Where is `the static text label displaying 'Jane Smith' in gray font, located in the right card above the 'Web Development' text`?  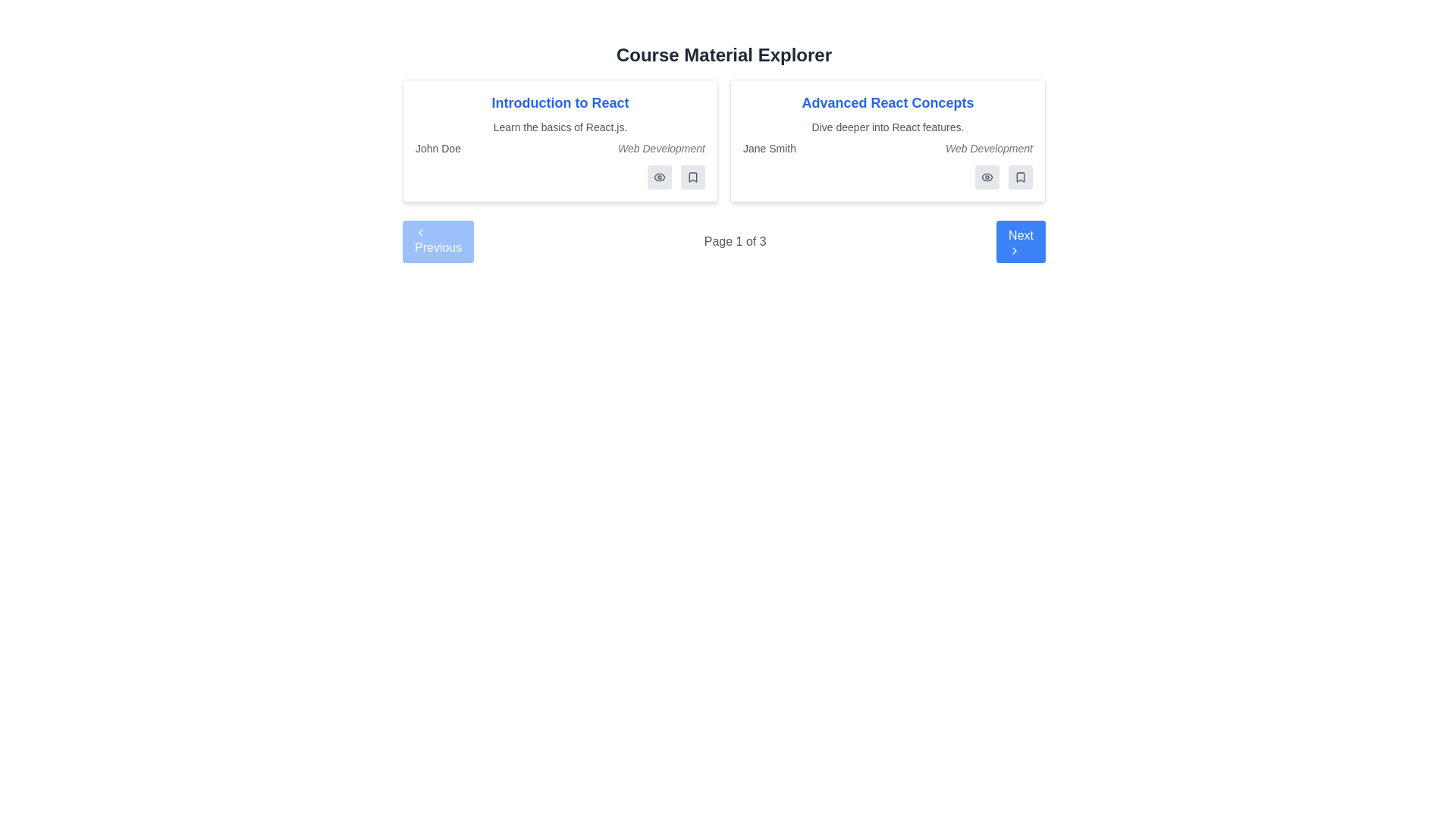 the static text label displaying 'Jane Smith' in gray font, located in the right card above the 'Web Development' text is located at coordinates (770, 149).